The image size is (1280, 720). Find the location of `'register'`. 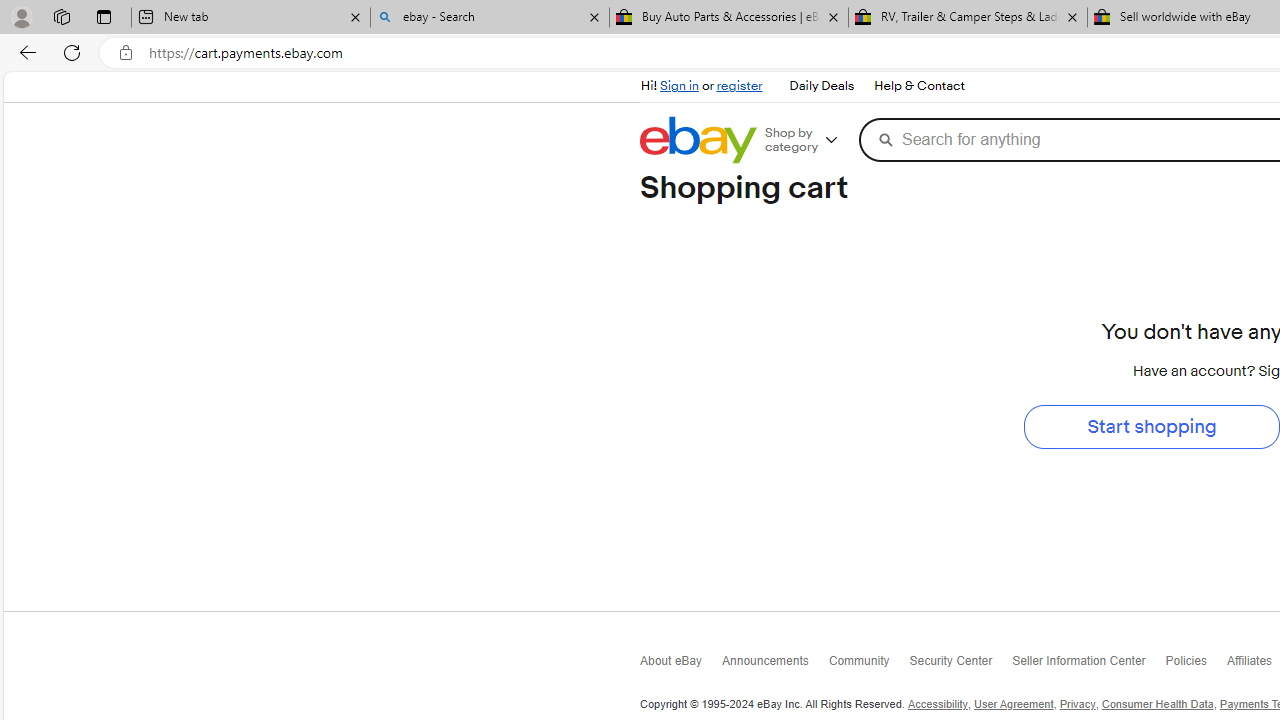

'register' is located at coordinates (738, 85).